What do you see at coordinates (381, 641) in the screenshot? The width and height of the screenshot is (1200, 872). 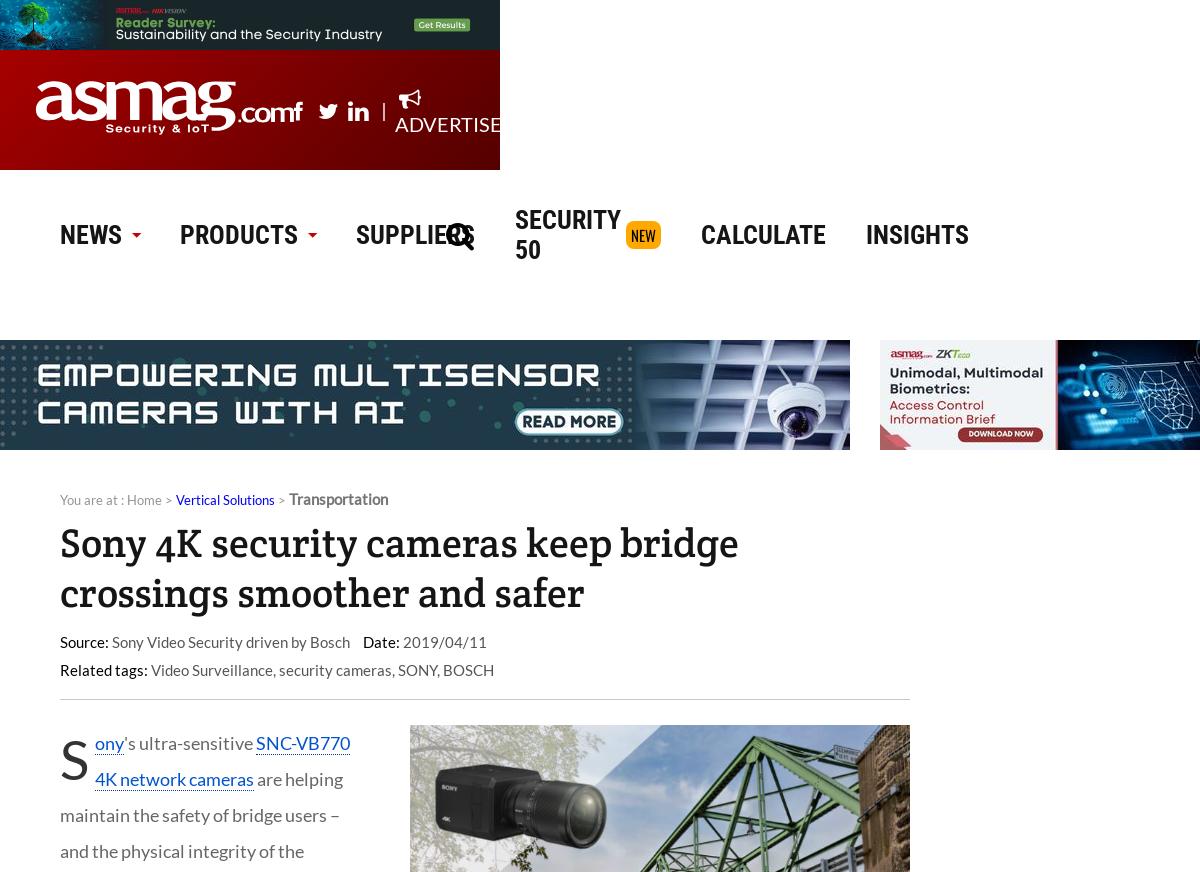 I see `'Date:'` at bounding box center [381, 641].